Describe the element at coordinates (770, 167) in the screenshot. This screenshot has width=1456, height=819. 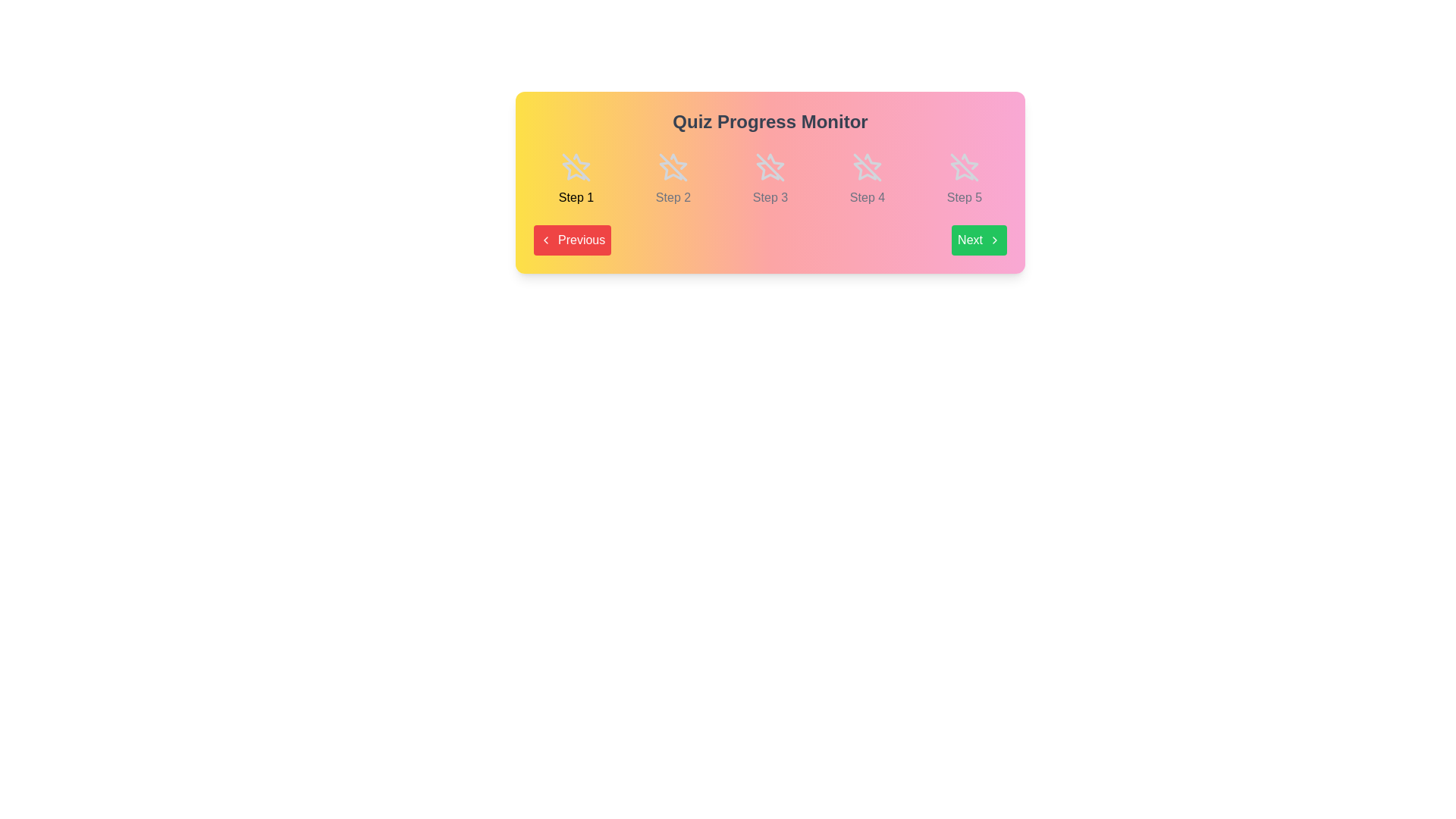
I see `the star-shaped icon with a diagonal line crossing it, which is the third item in a horizontal layout of five icons, styled in grey with a transparent background` at that location.